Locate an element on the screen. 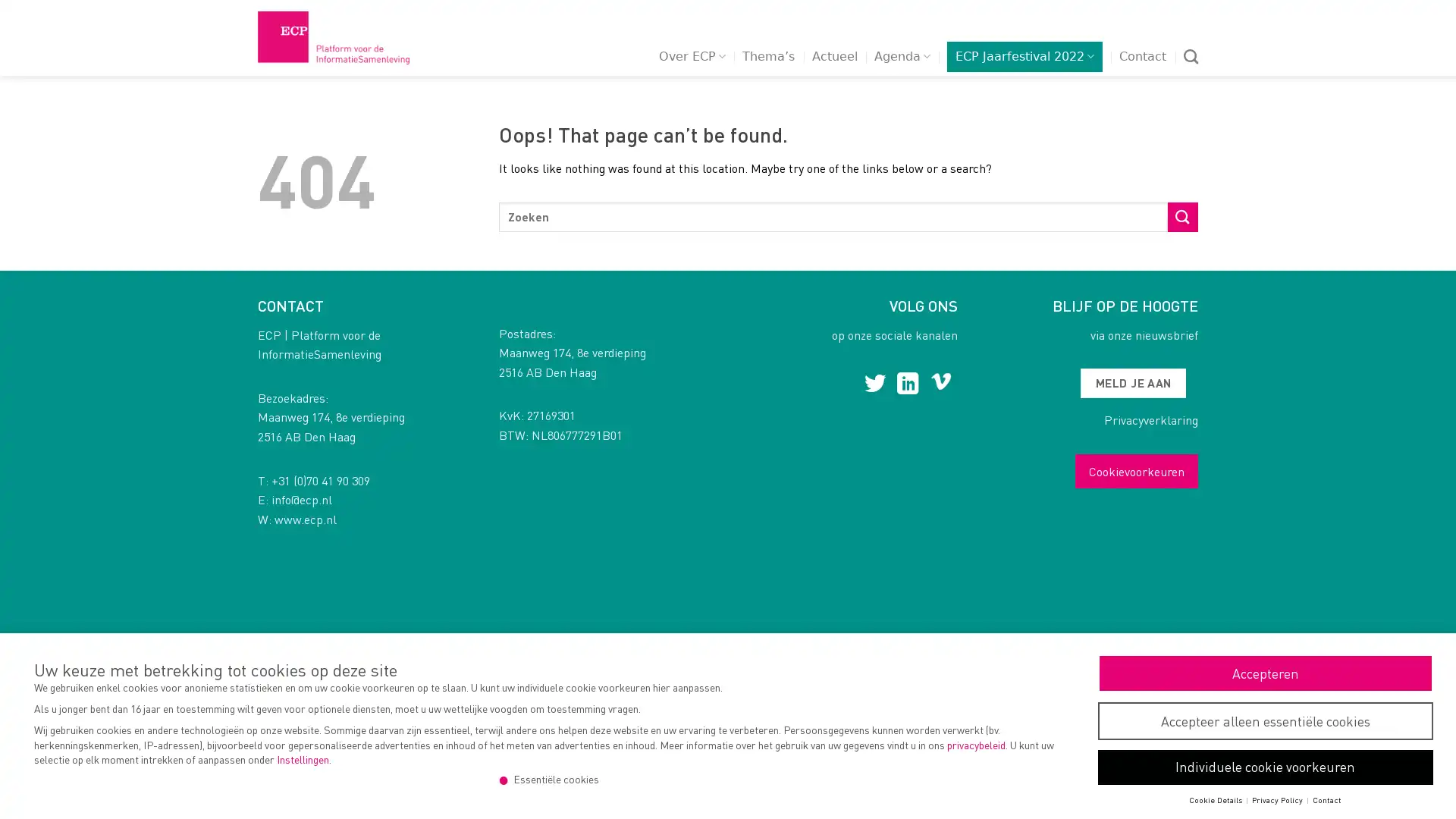  Accepteren is located at coordinates (1265, 672).